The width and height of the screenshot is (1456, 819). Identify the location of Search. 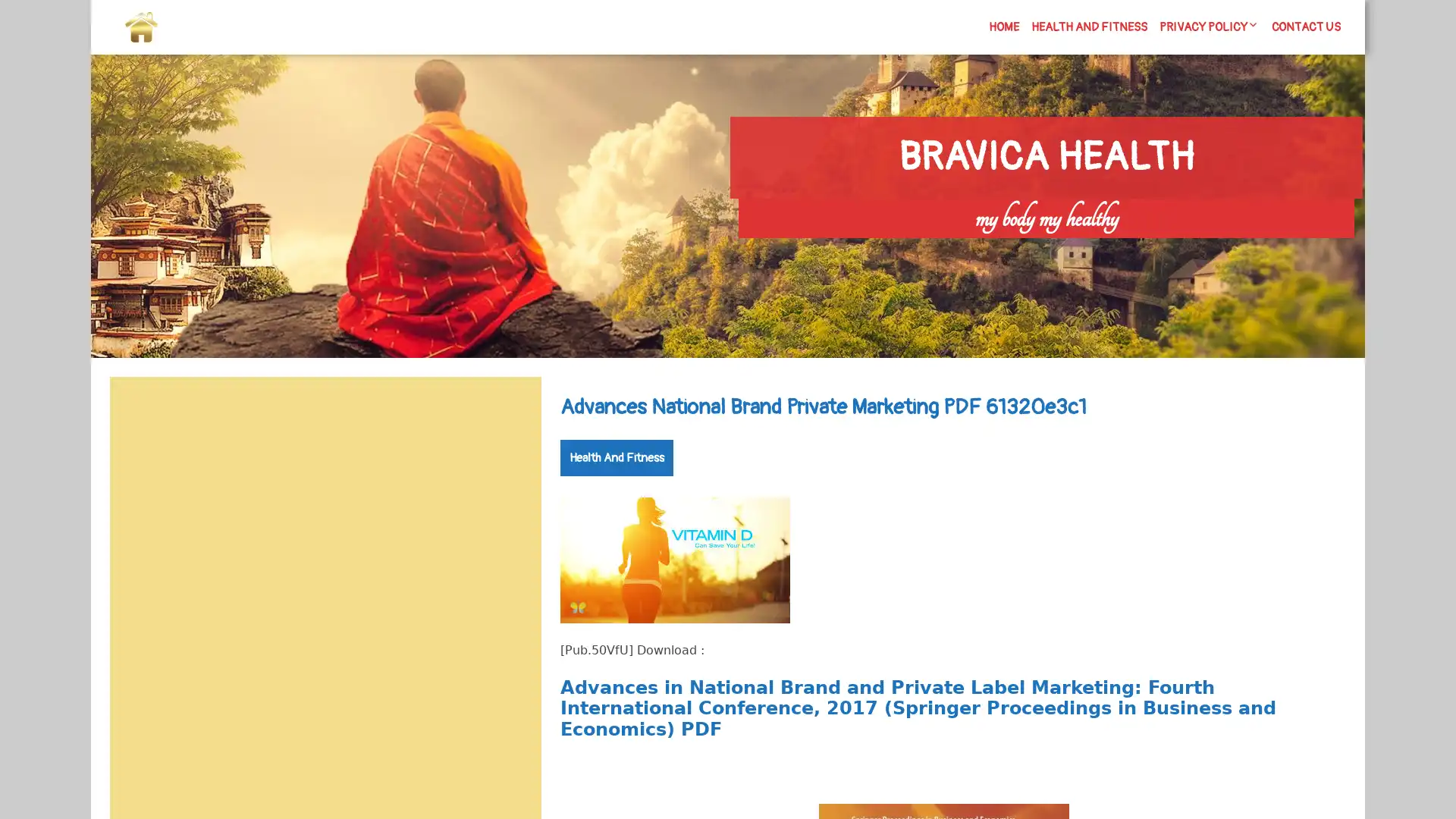
(506, 413).